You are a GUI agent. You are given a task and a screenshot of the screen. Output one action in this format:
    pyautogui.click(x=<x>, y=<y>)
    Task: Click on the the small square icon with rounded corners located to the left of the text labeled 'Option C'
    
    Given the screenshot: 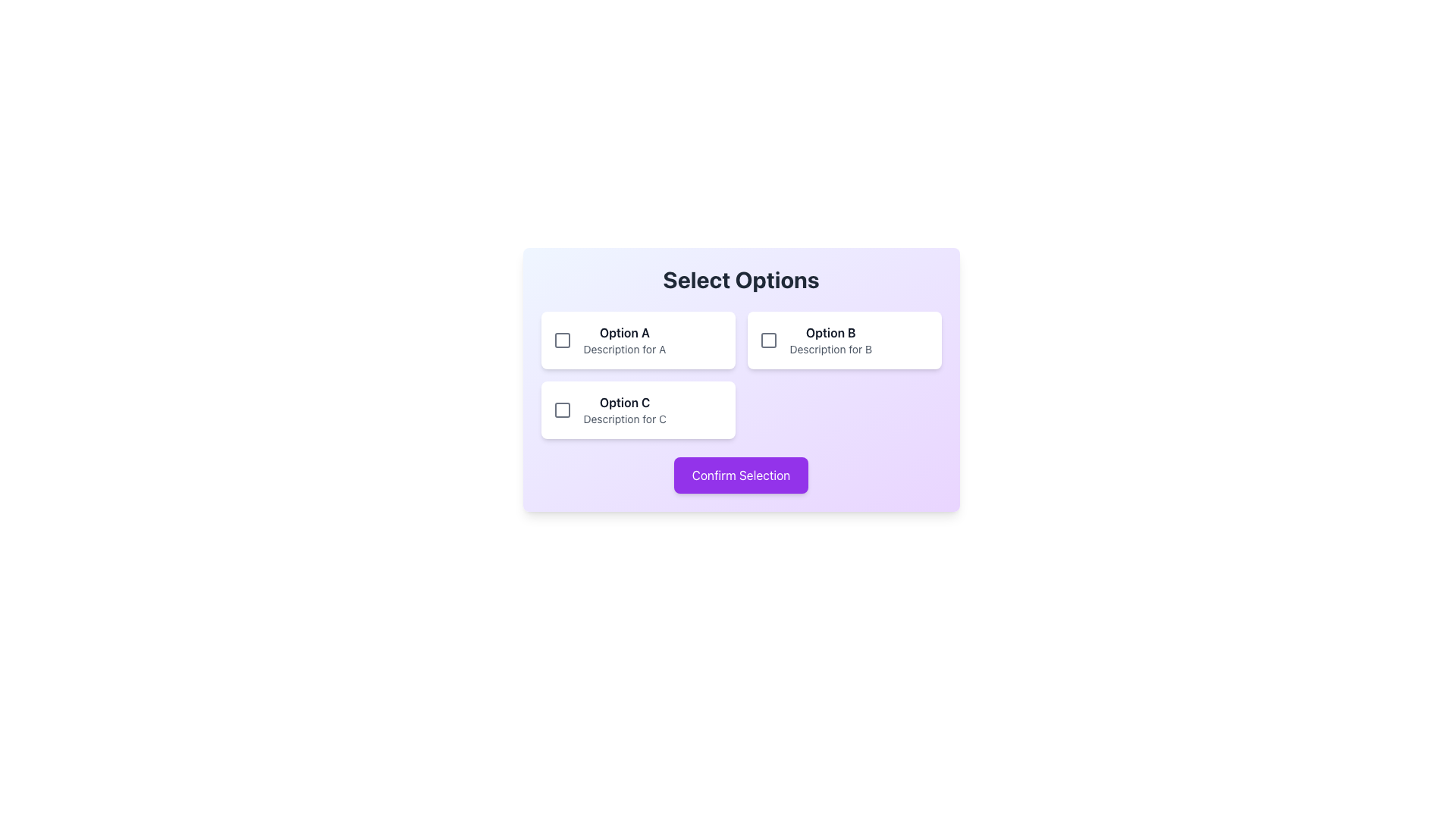 What is the action you would take?
    pyautogui.click(x=561, y=409)
    